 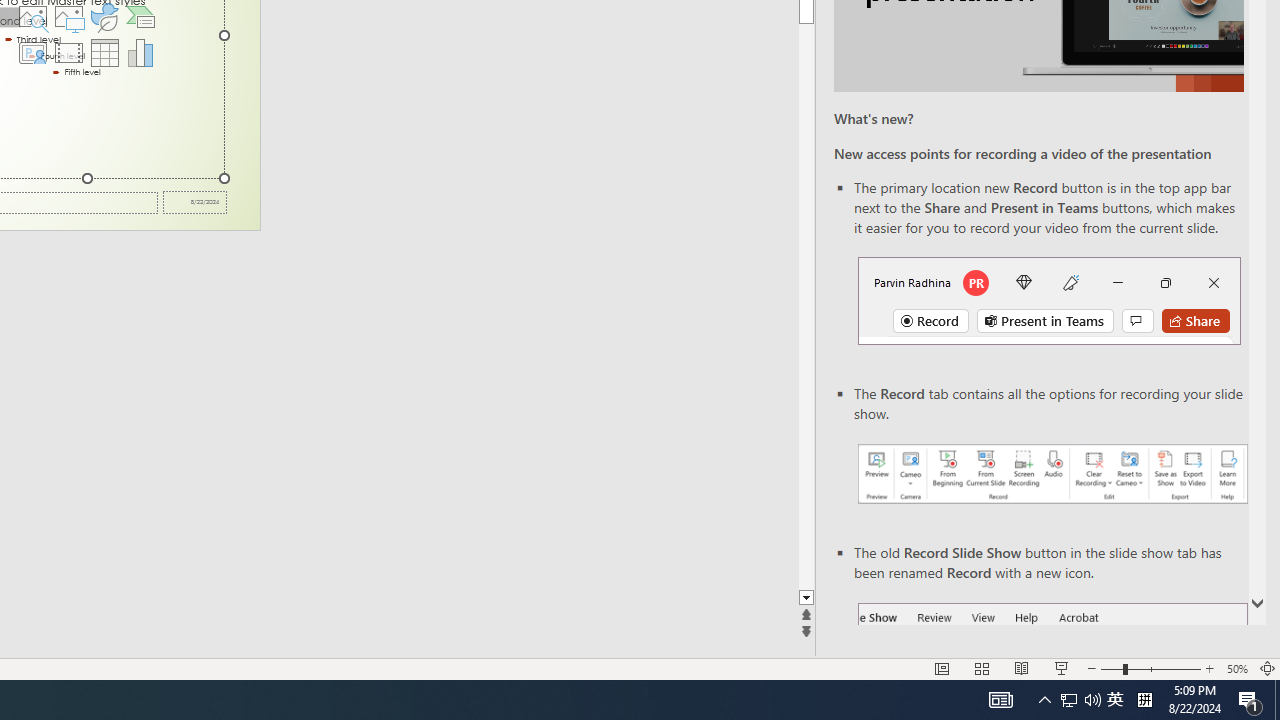 What do you see at coordinates (1048, 300) in the screenshot?
I see `'Record button in top bar'` at bounding box center [1048, 300].